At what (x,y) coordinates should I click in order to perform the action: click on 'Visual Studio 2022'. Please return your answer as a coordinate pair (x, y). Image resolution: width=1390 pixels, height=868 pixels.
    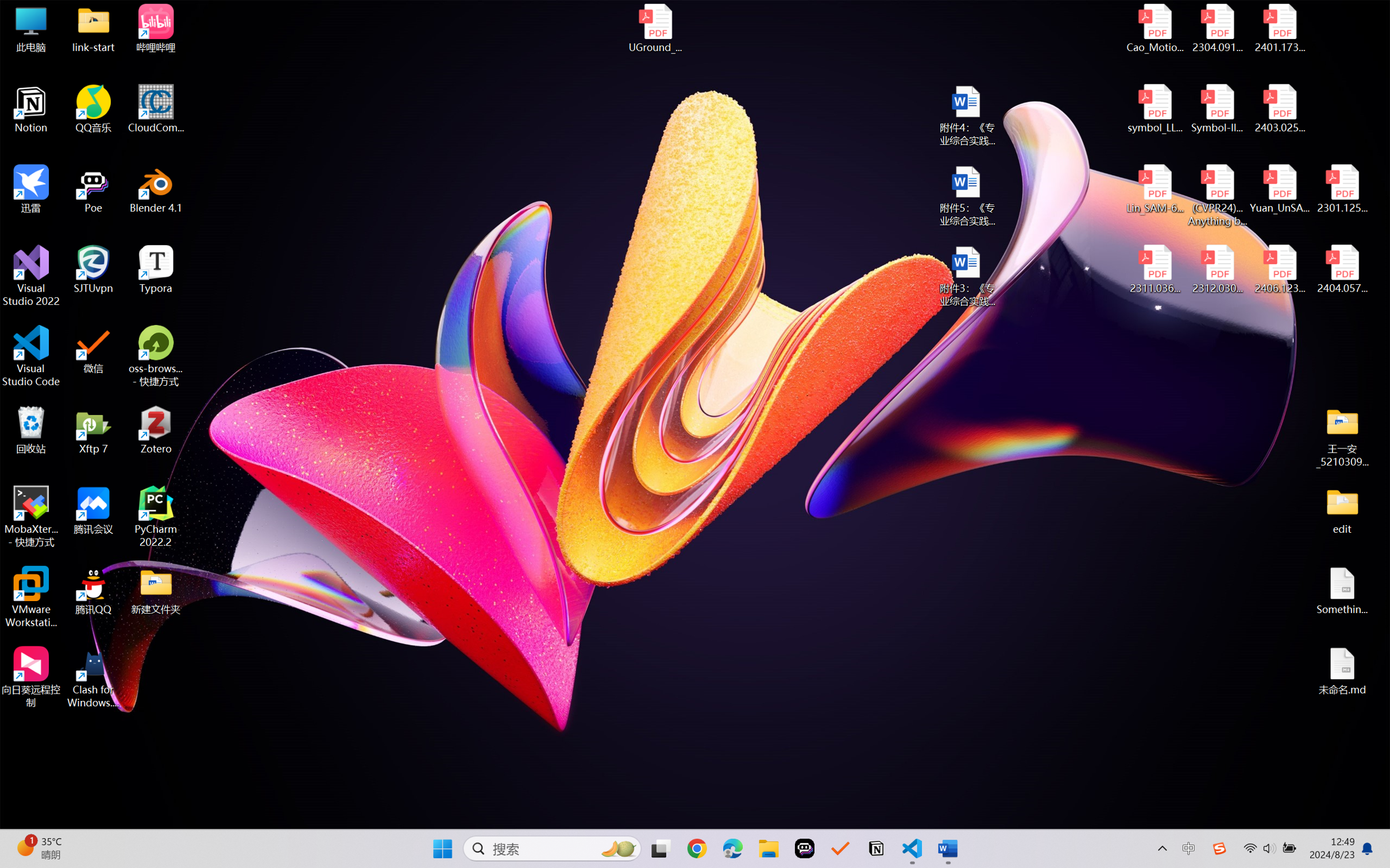
    Looking at the image, I should click on (30, 276).